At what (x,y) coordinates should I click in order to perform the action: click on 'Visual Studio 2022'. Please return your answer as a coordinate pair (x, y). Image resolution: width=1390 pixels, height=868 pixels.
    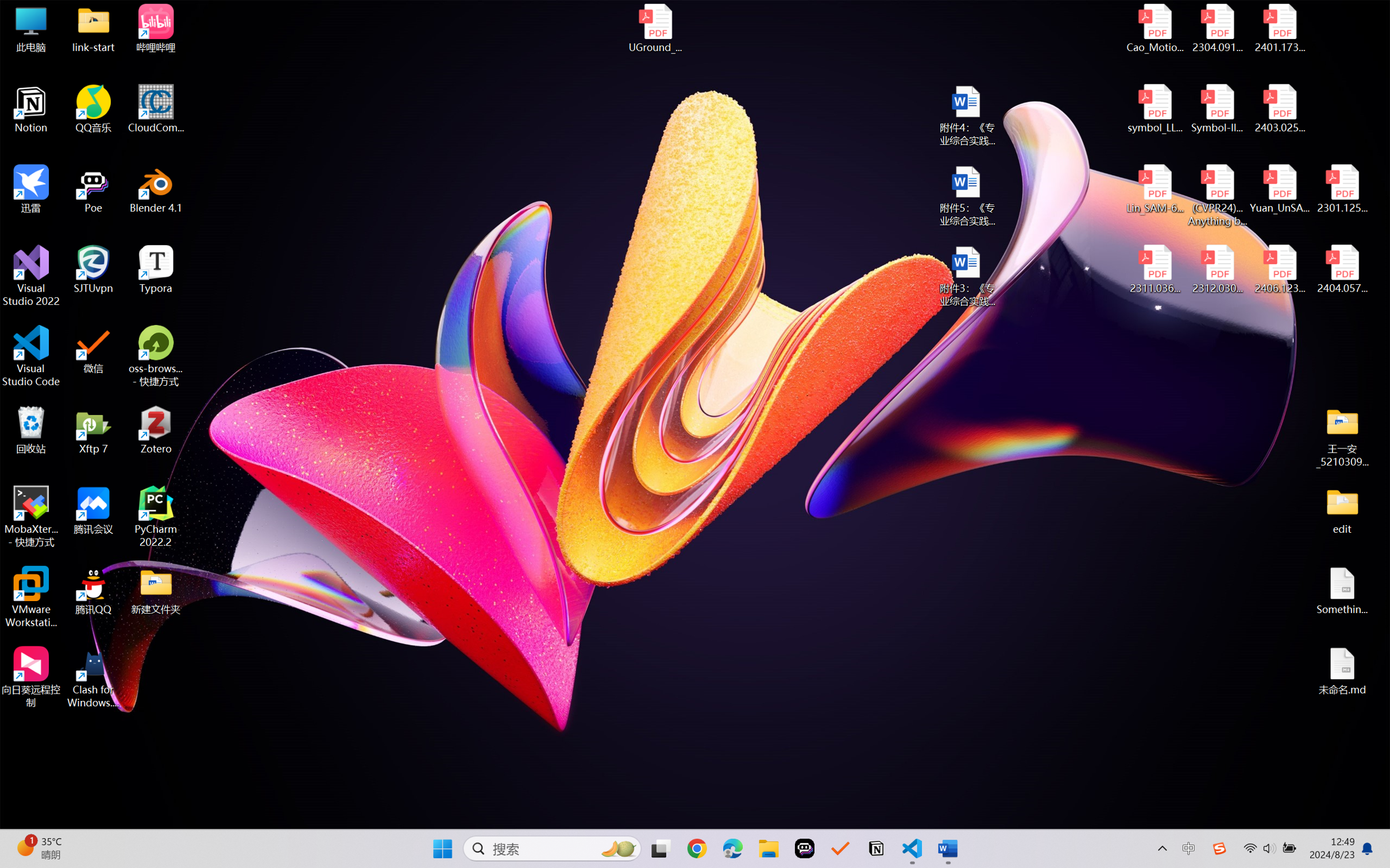
    Looking at the image, I should click on (30, 276).